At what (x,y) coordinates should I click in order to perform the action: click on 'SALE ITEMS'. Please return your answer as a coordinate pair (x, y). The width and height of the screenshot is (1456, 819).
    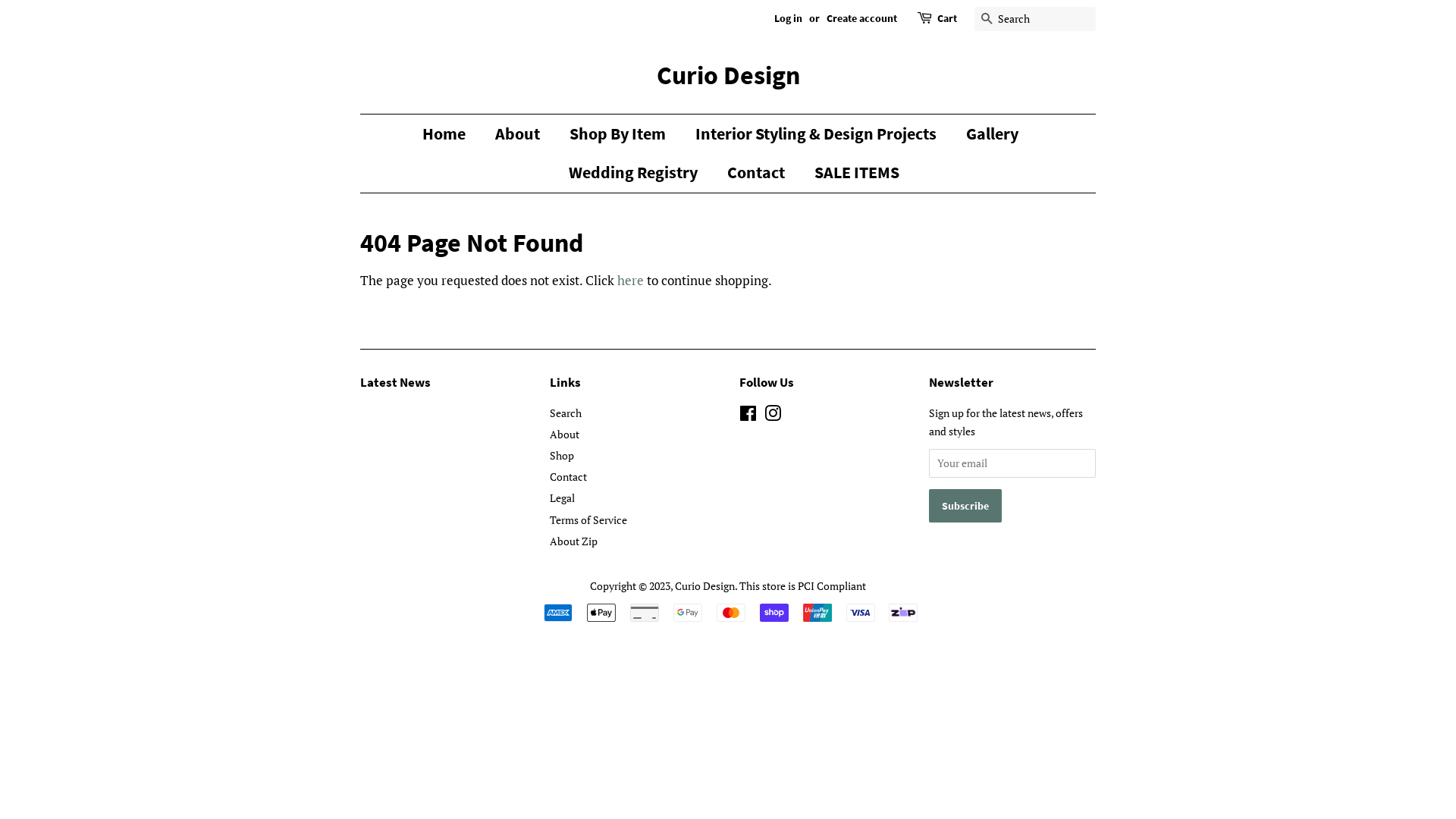
    Looking at the image, I should click on (850, 171).